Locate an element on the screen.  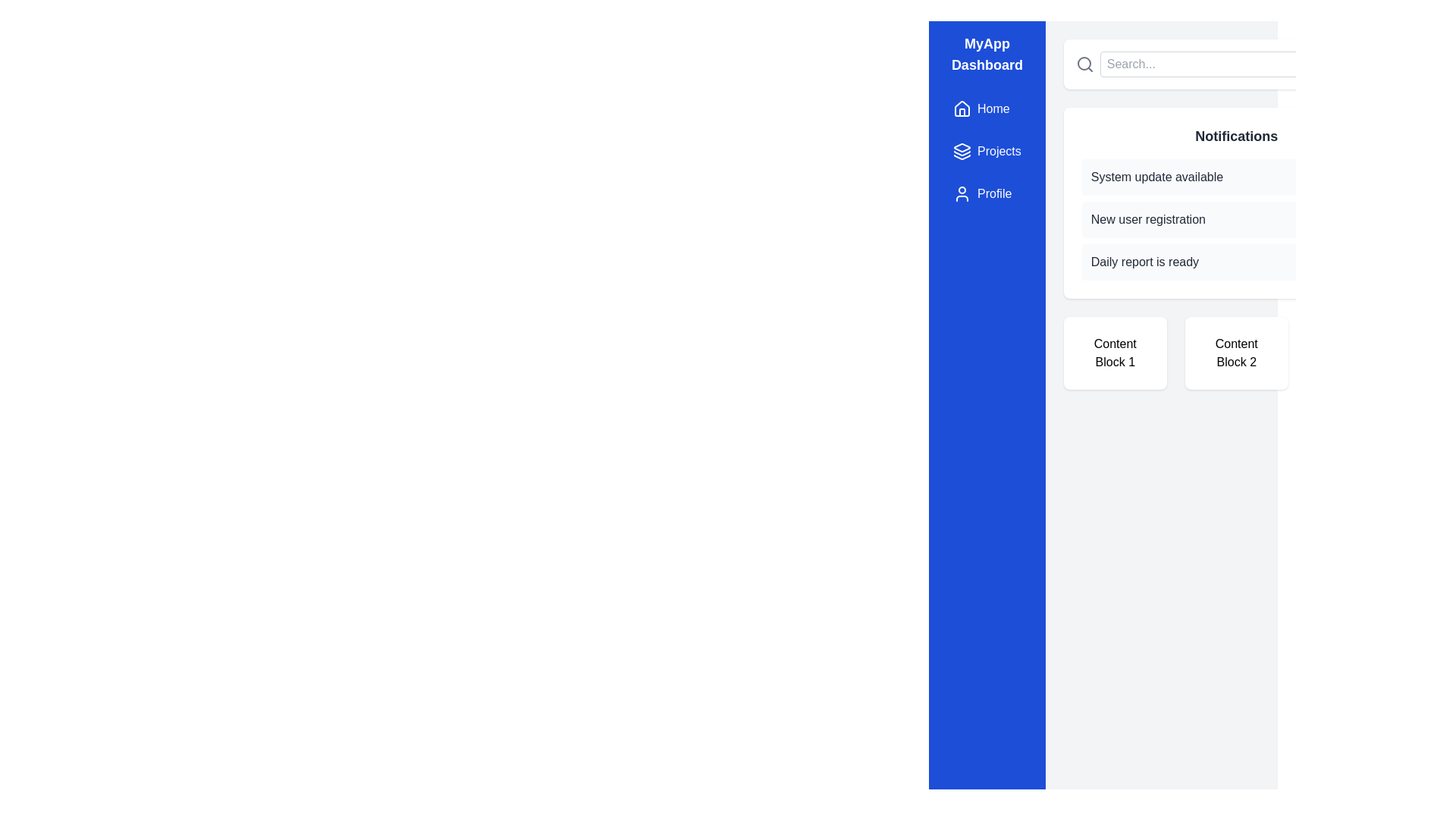
the 'Home' button in the vertical navigation bar, which has a blue background and a house-shaped icon on the left is located at coordinates (981, 108).